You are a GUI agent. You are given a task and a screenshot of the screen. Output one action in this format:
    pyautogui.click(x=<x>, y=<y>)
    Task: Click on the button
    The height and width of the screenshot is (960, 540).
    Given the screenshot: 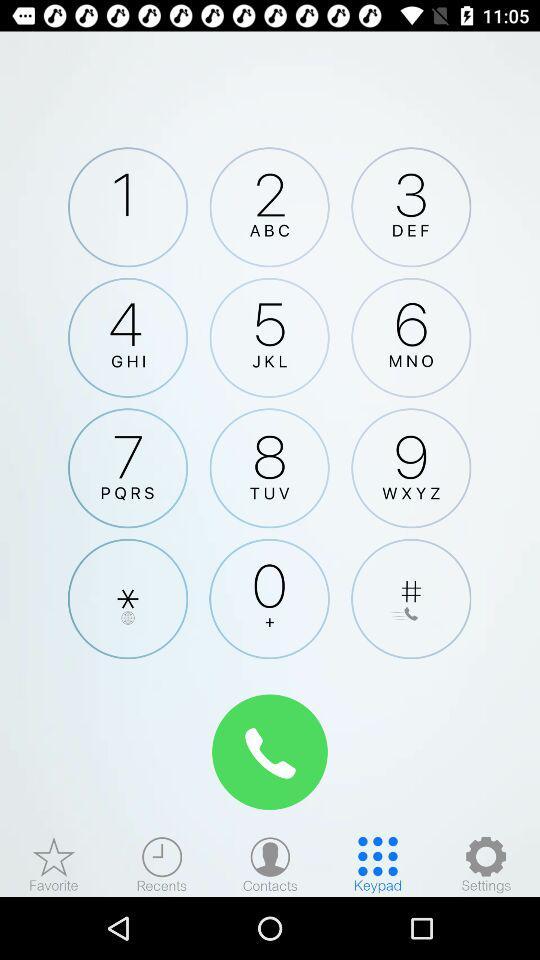 What is the action you would take?
    pyautogui.click(x=128, y=599)
    